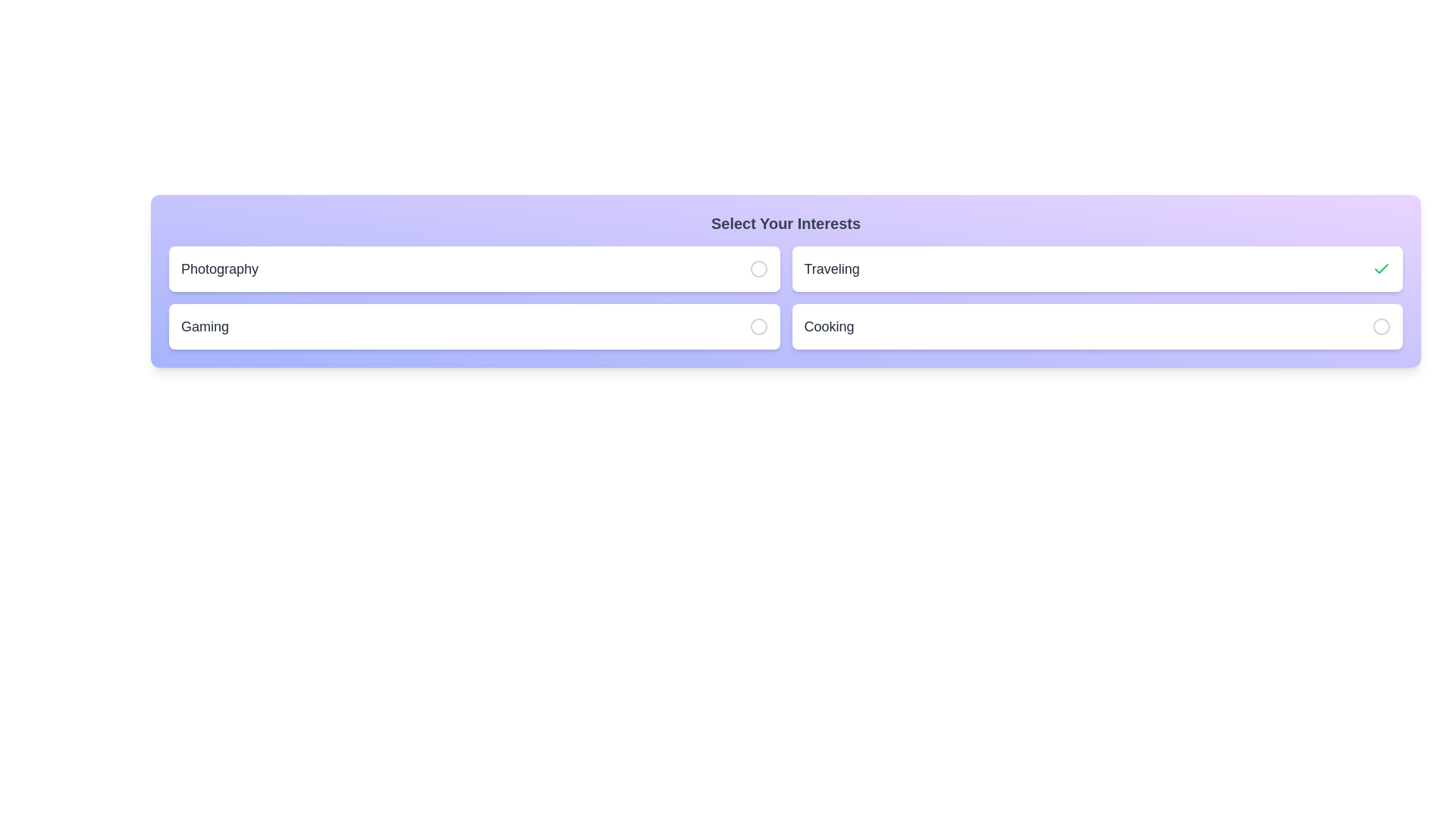 Image resolution: width=1456 pixels, height=819 pixels. What do you see at coordinates (473, 268) in the screenshot?
I see `the interest item Photography` at bounding box center [473, 268].